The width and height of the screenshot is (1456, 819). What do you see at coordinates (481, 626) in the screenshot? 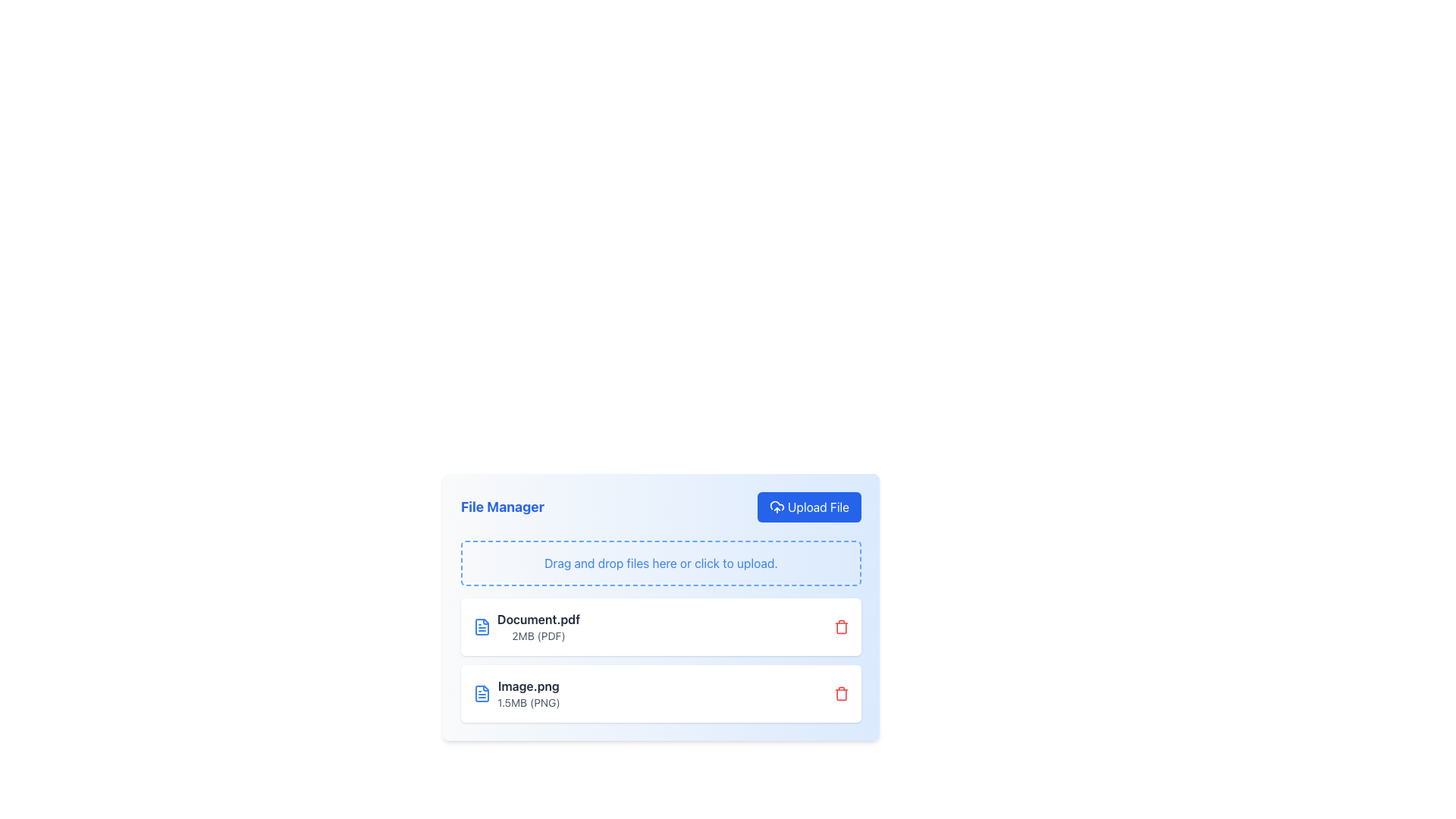
I see `the file icon with a blue outline and white fill, which has a document-like shape and is located near the text 'Document.pdf 2MB (PDF)'` at bounding box center [481, 626].